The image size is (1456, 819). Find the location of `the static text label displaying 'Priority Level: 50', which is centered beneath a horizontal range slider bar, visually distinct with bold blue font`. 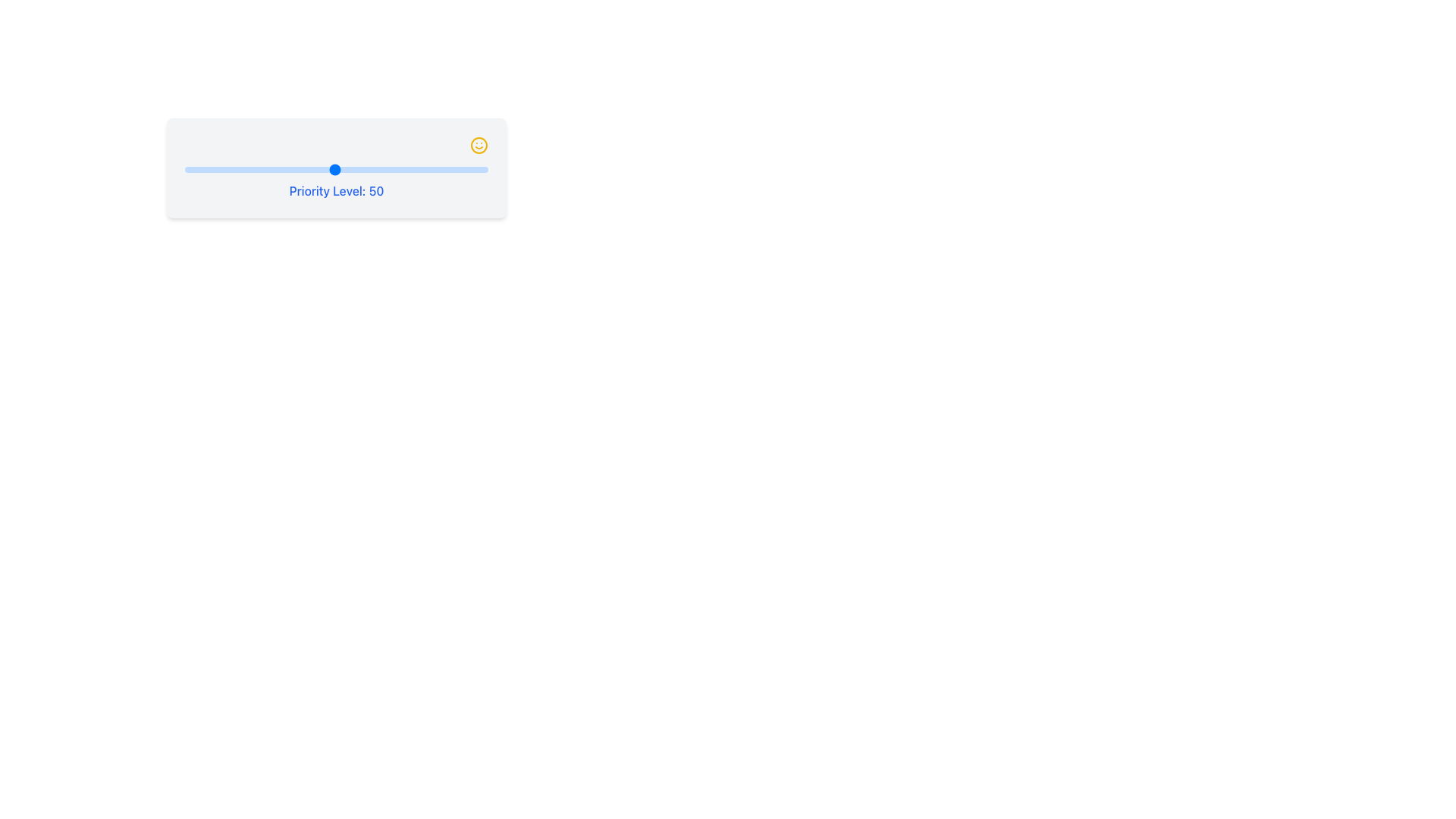

the static text label displaying 'Priority Level: 50', which is centered beneath a horizontal range slider bar, visually distinct with bold blue font is located at coordinates (336, 183).